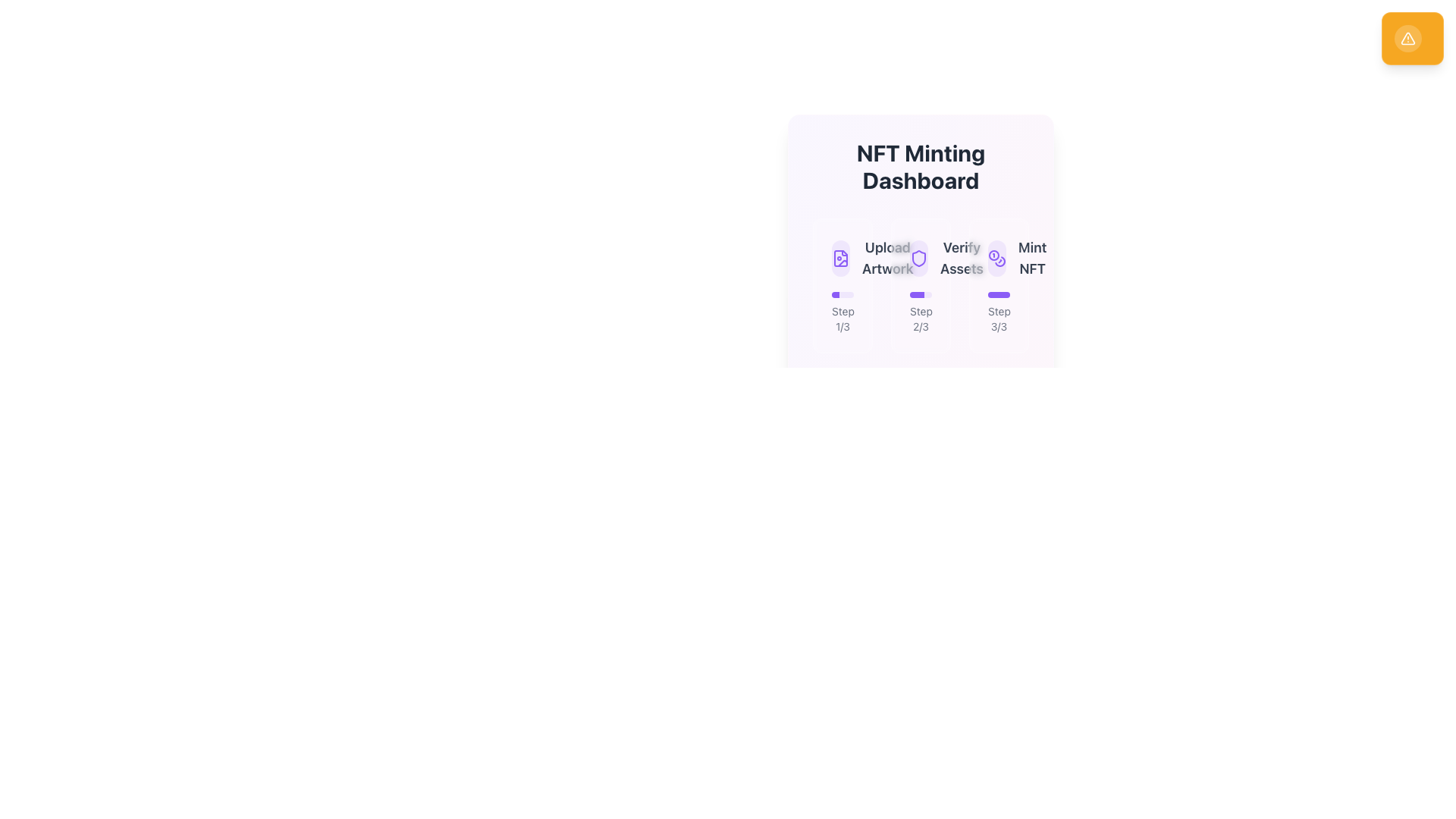 The image size is (1456, 819). I want to click on the progress visually on the violet progress bar associated with 'Step 1/3', which is located above the text 'Step 1/3', so click(842, 295).